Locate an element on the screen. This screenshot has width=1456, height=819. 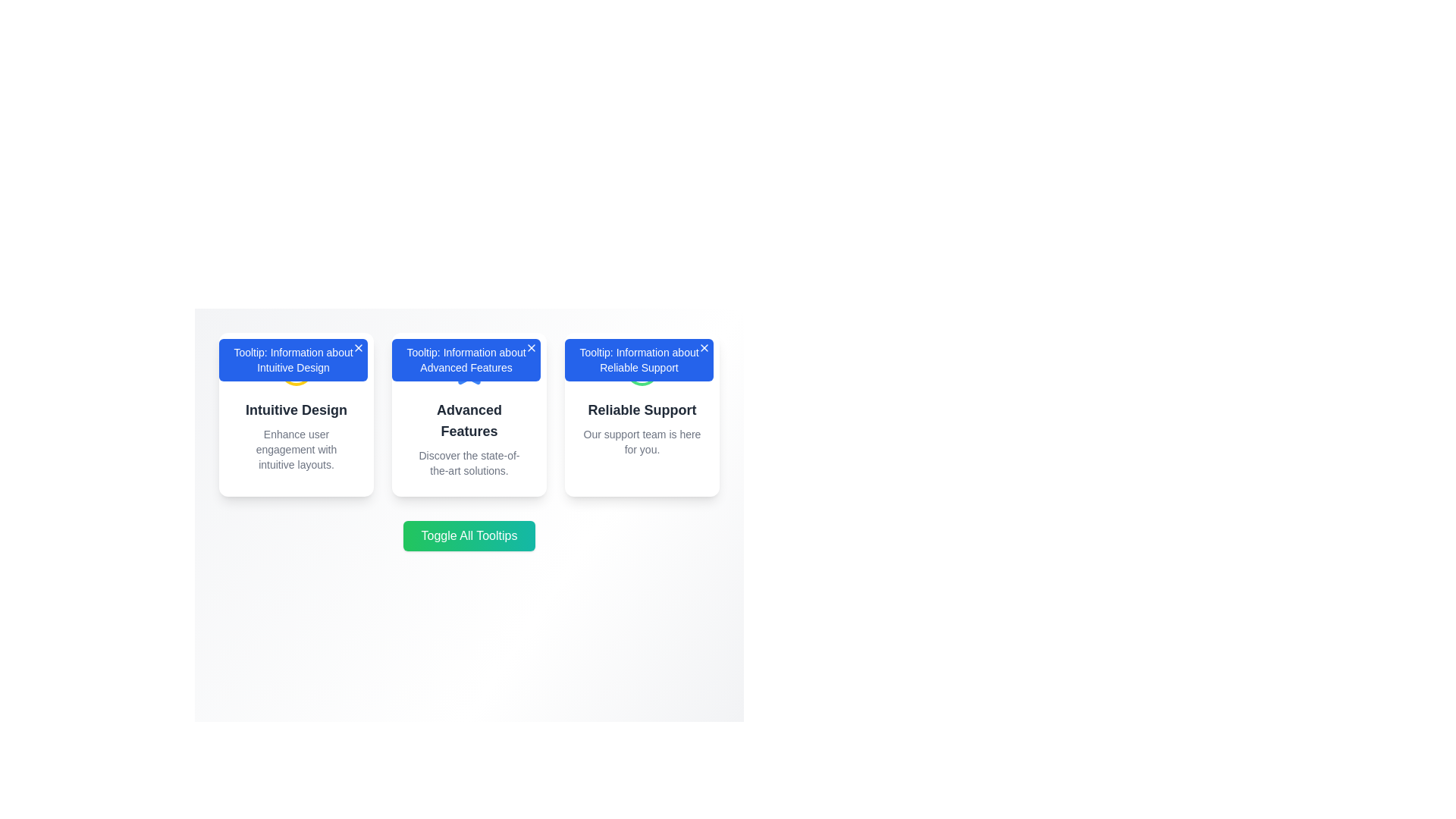
the green-colored circular SVG component that is part of the information symbol in the tooltip above the 'Reliable Support' card is located at coordinates (642, 369).